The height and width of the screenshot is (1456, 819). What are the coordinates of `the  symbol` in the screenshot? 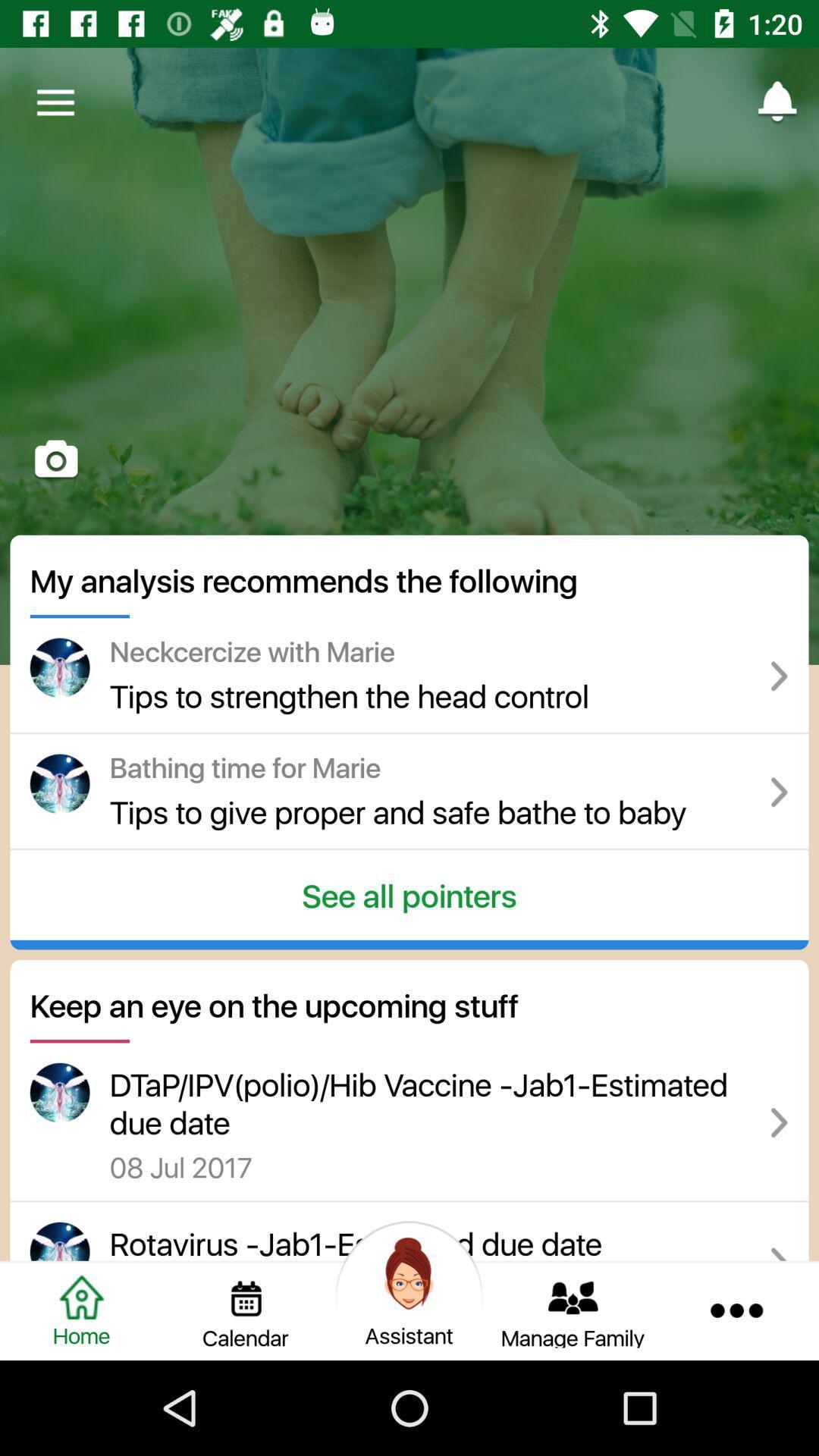 It's located at (780, 676).